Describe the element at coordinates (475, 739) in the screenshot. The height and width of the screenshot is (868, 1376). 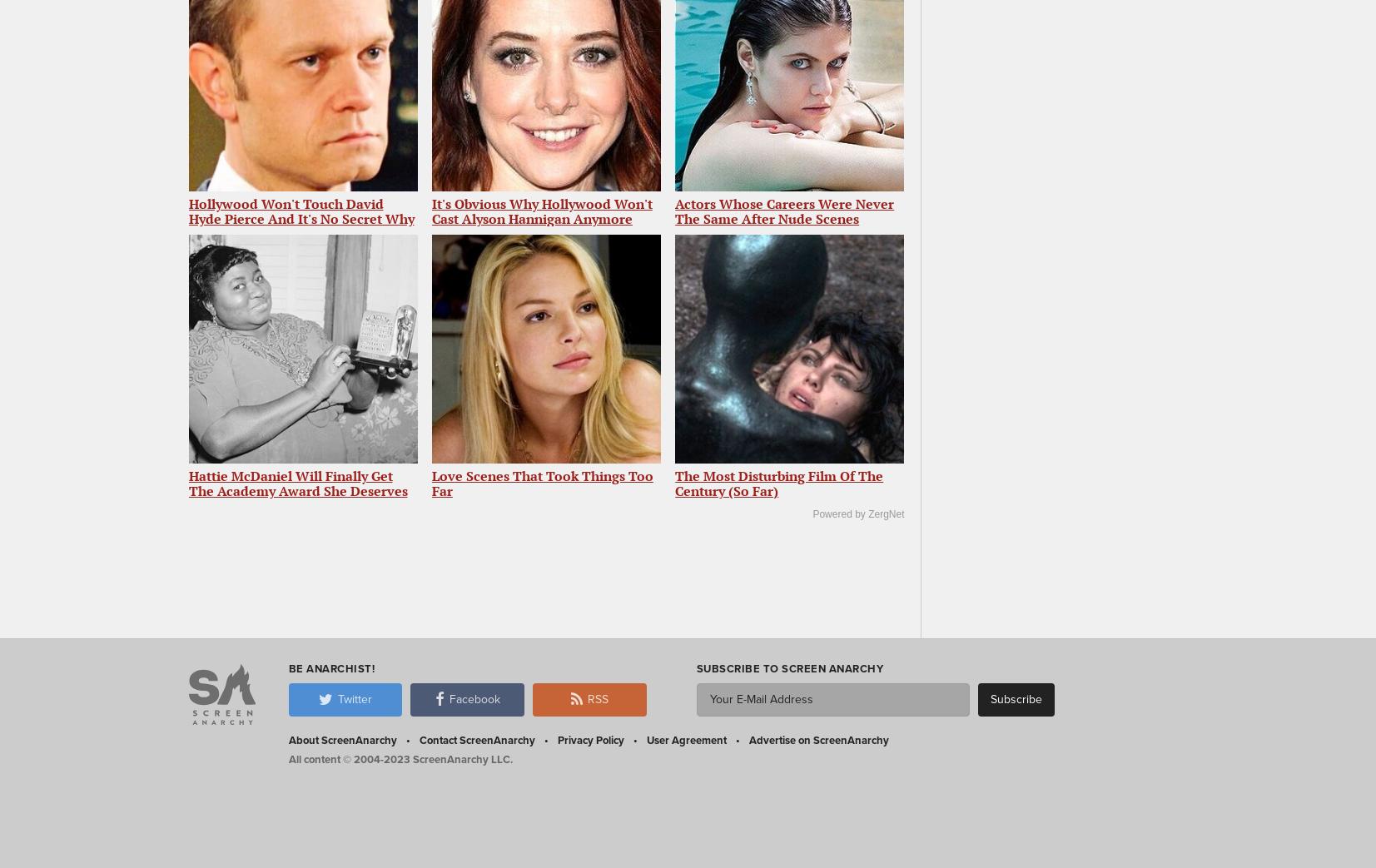
I see `'Contact ScreenAnarchy'` at that location.